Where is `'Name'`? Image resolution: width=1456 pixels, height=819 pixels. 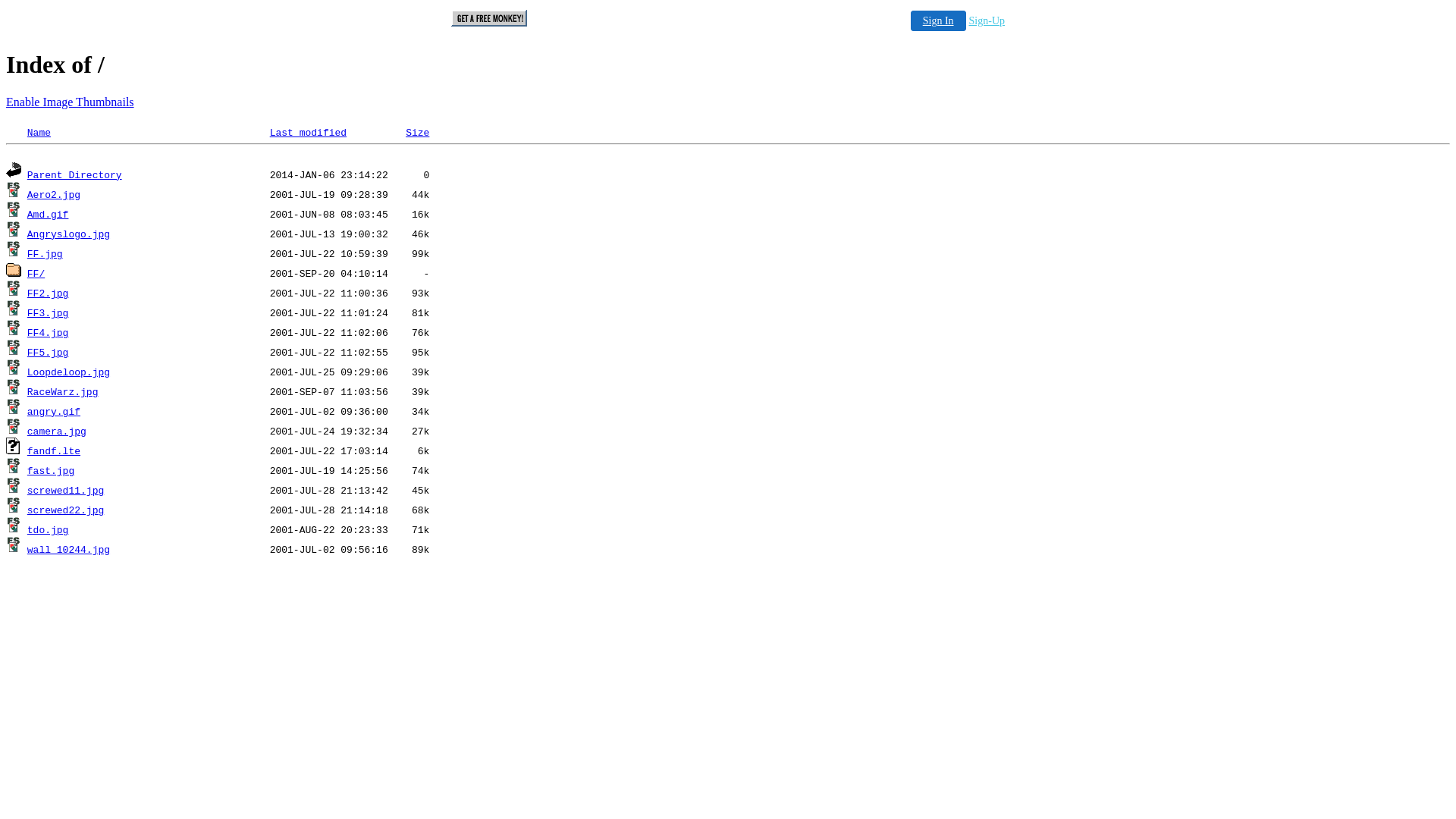
'Name' is located at coordinates (39, 132).